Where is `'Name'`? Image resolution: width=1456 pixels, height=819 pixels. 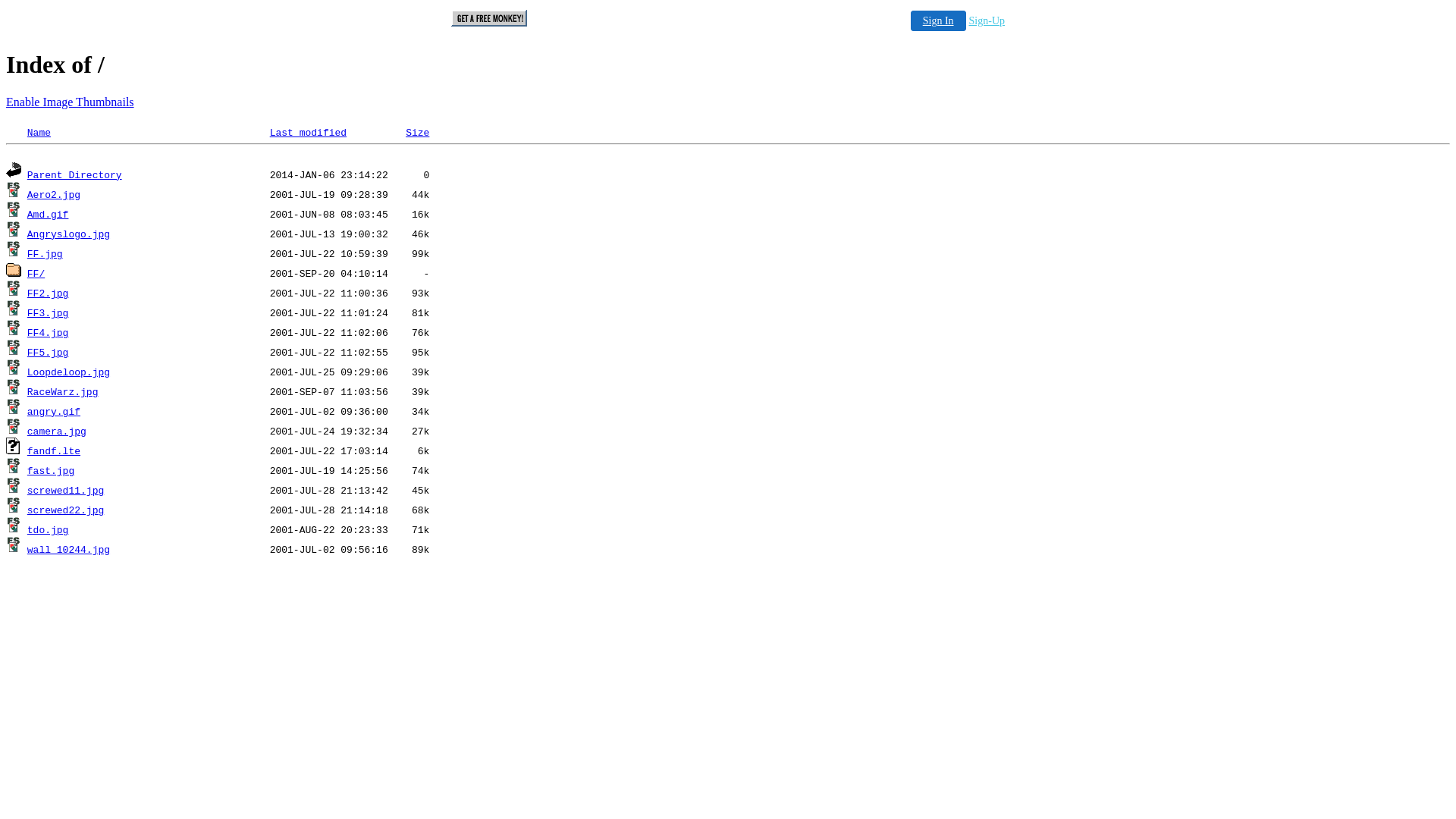
'Name' is located at coordinates (39, 132).